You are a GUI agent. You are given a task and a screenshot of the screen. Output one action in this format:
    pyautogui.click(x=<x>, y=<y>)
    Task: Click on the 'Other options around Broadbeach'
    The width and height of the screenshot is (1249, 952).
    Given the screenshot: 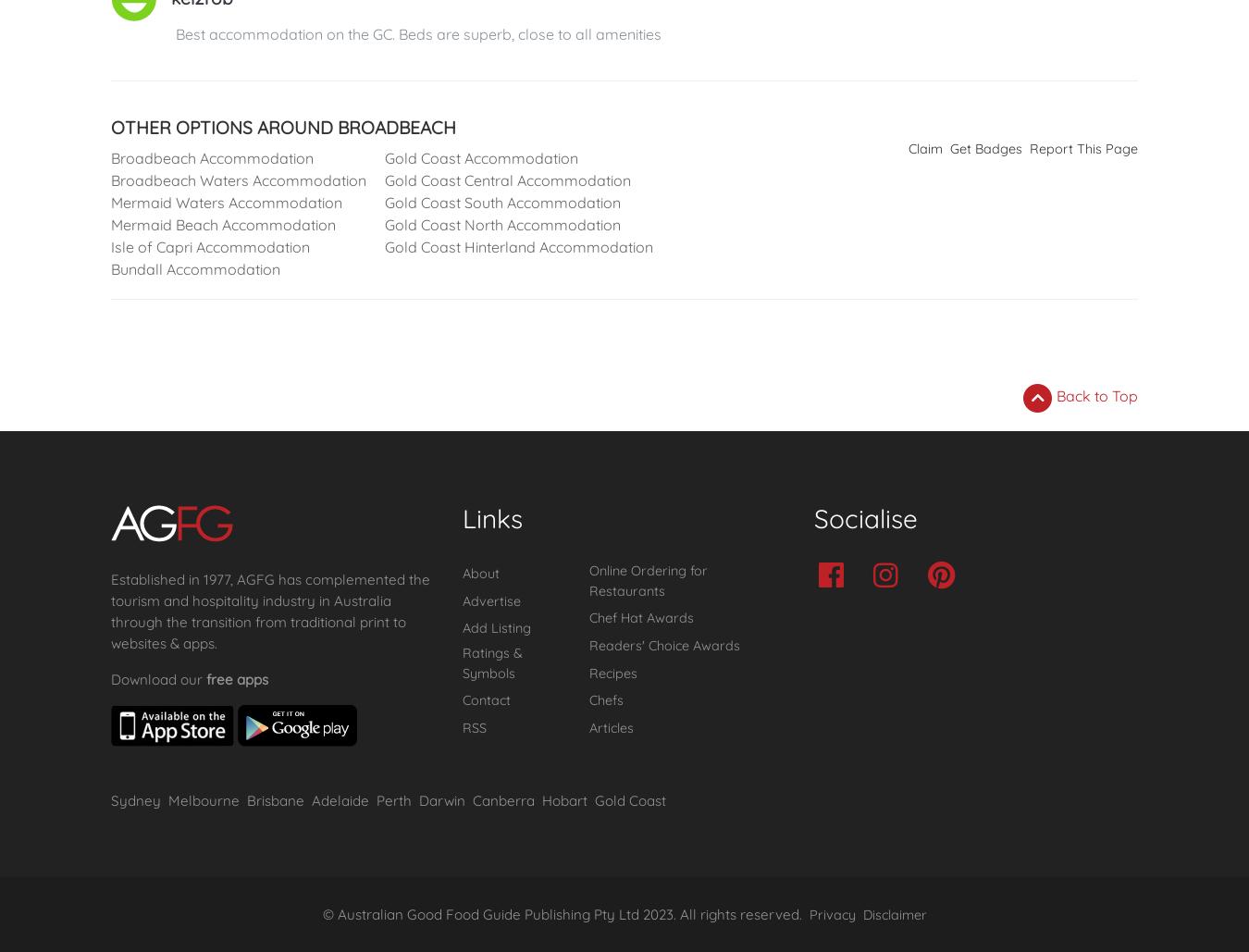 What is the action you would take?
    pyautogui.click(x=282, y=126)
    